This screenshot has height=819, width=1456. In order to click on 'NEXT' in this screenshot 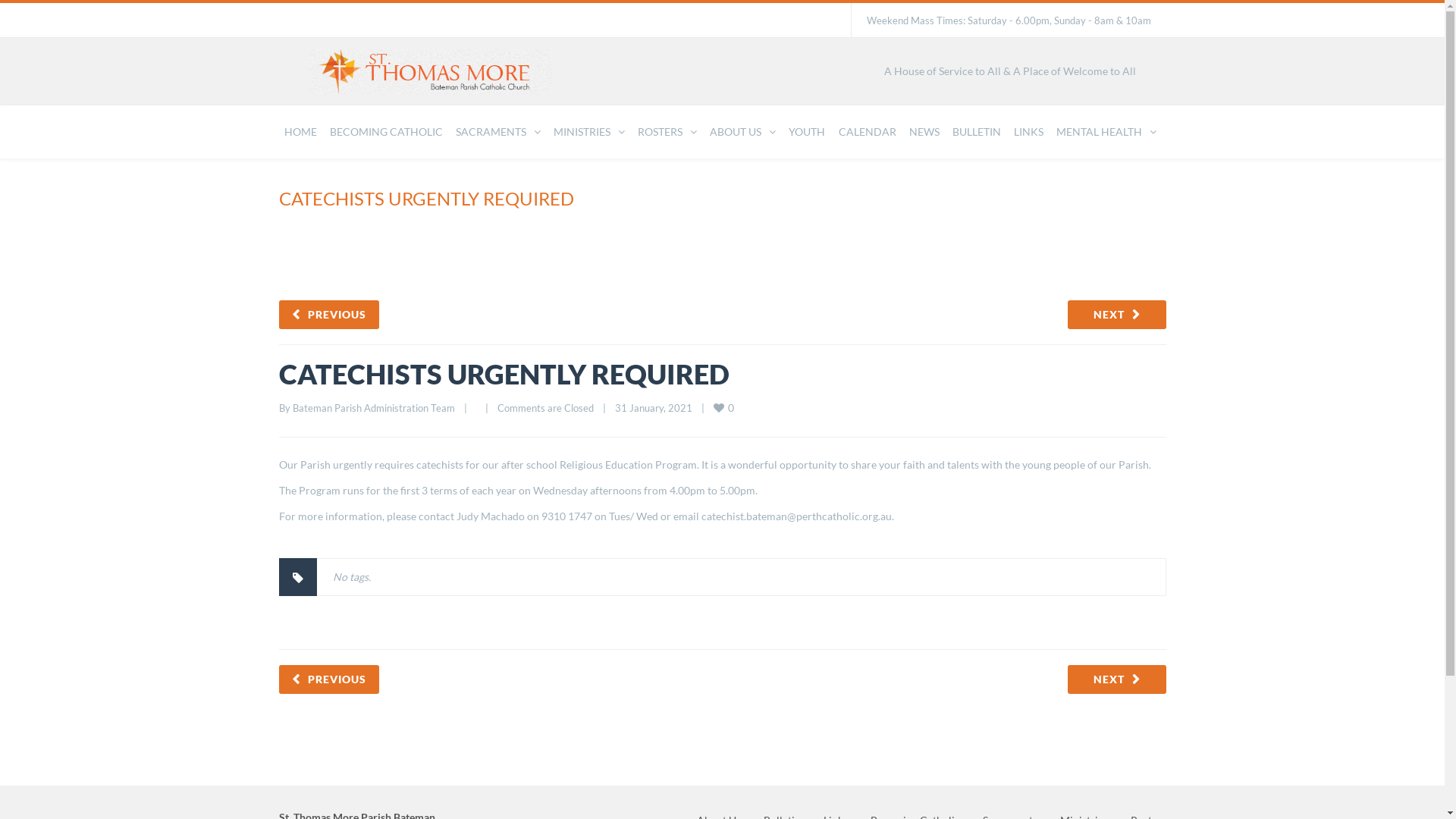, I will do `click(1066, 314)`.